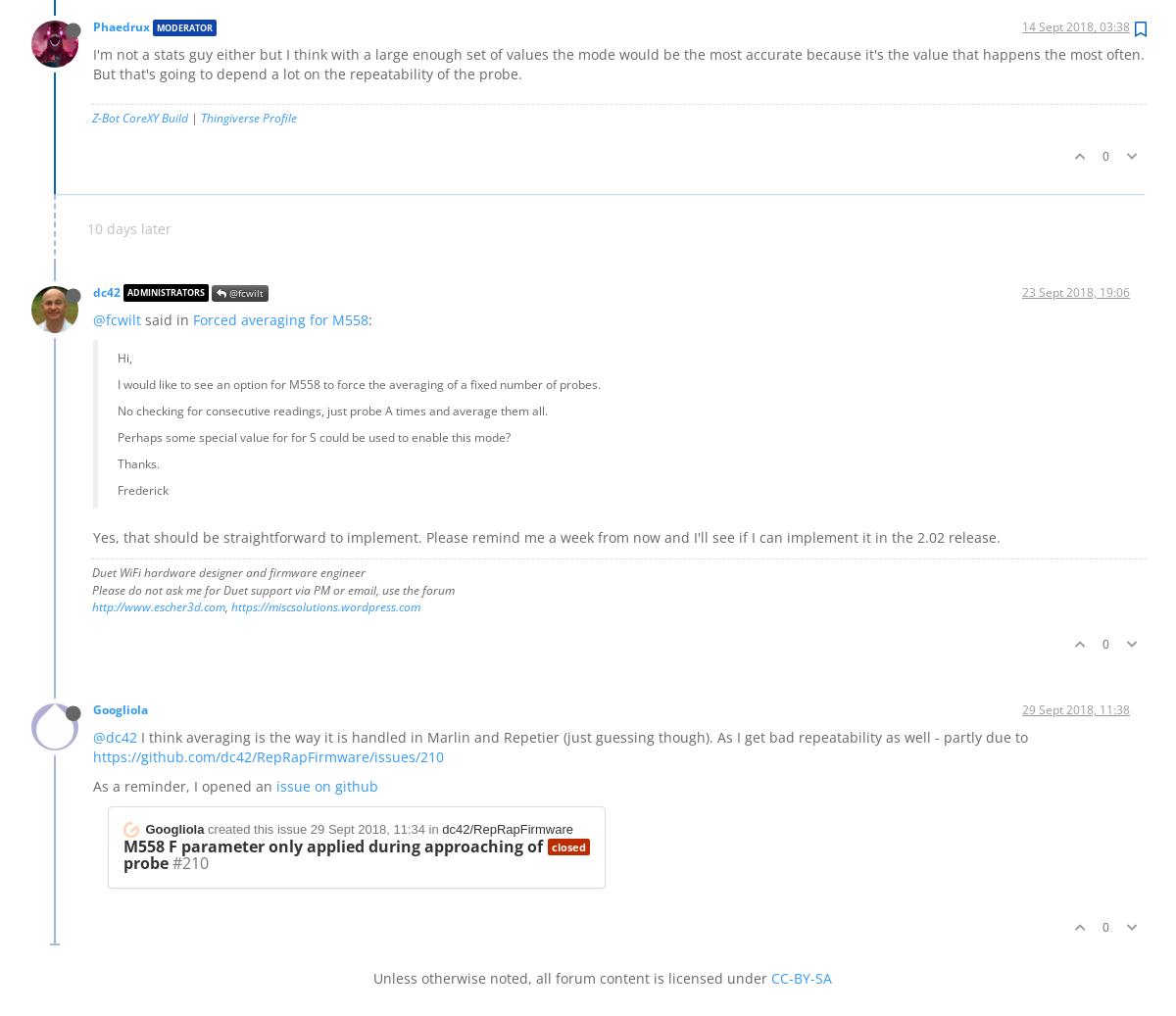  What do you see at coordinates (326, 785) in the screenshot?
I see `'issue on github'` at bounding box center [326, 785].